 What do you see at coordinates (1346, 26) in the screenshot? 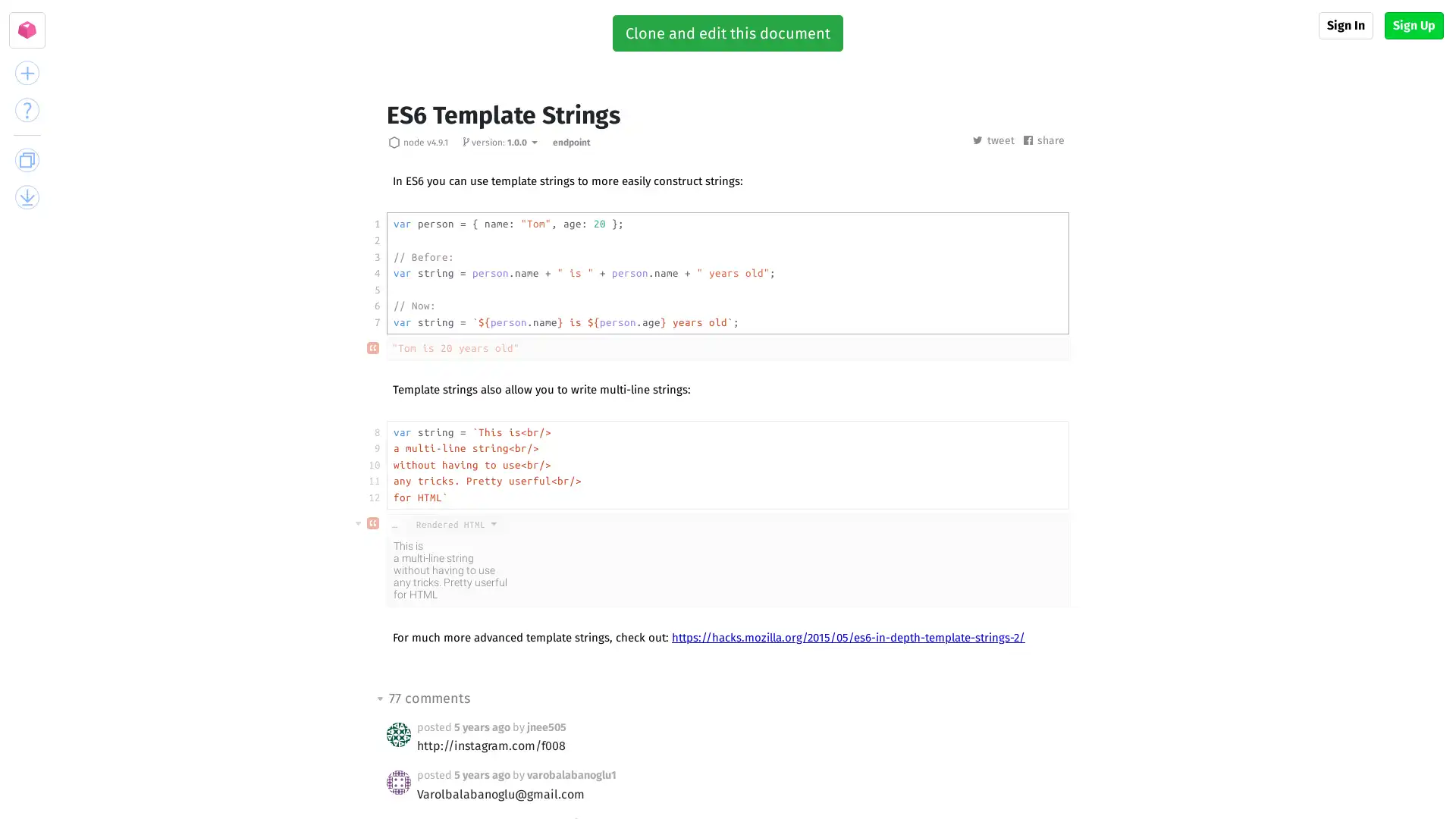
I see `Sign In` at bounding box center [1346, 26].